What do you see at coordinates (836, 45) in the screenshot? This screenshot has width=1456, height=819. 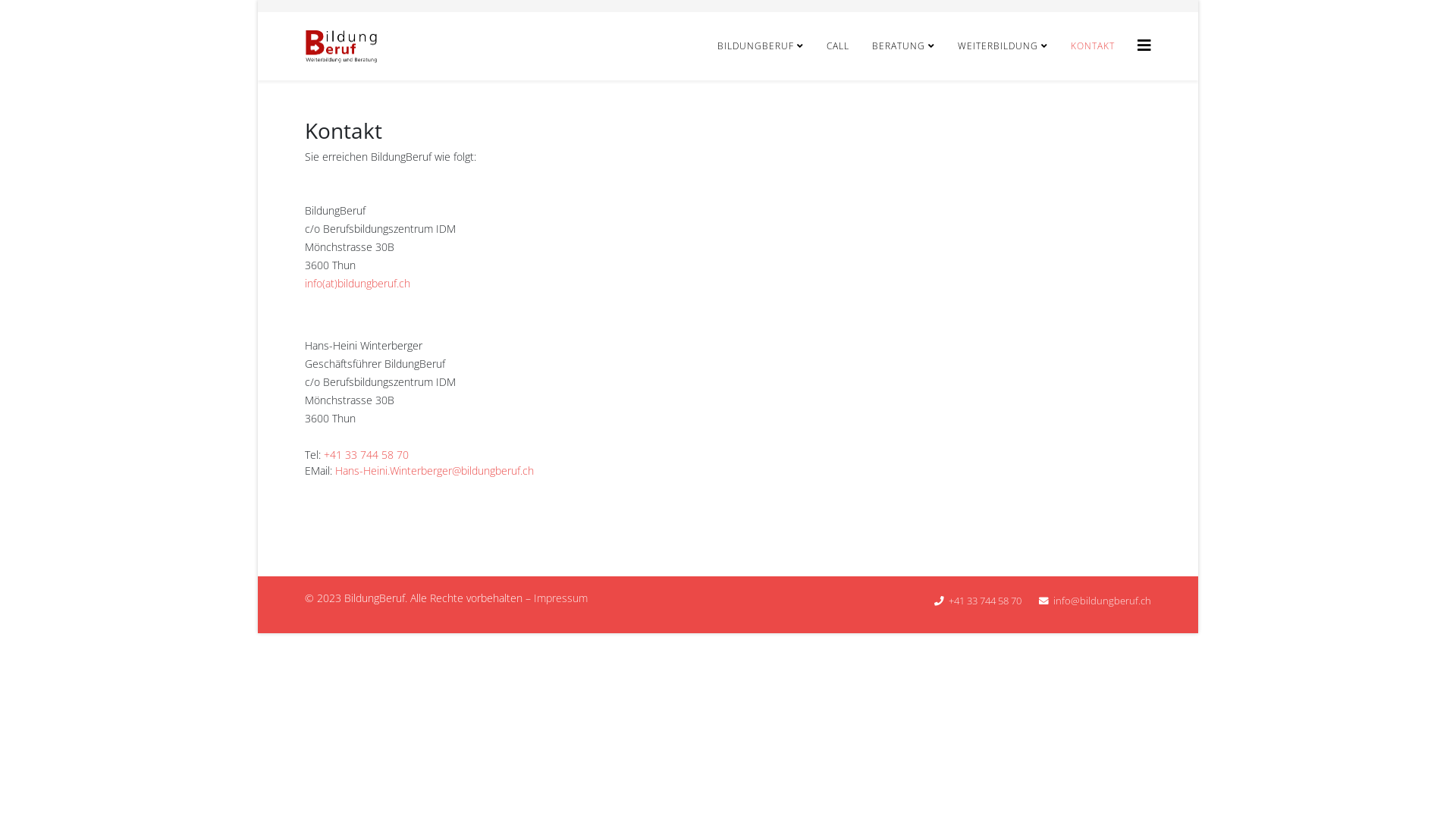 I see `'CALL'` at bounding box center [836, 45].